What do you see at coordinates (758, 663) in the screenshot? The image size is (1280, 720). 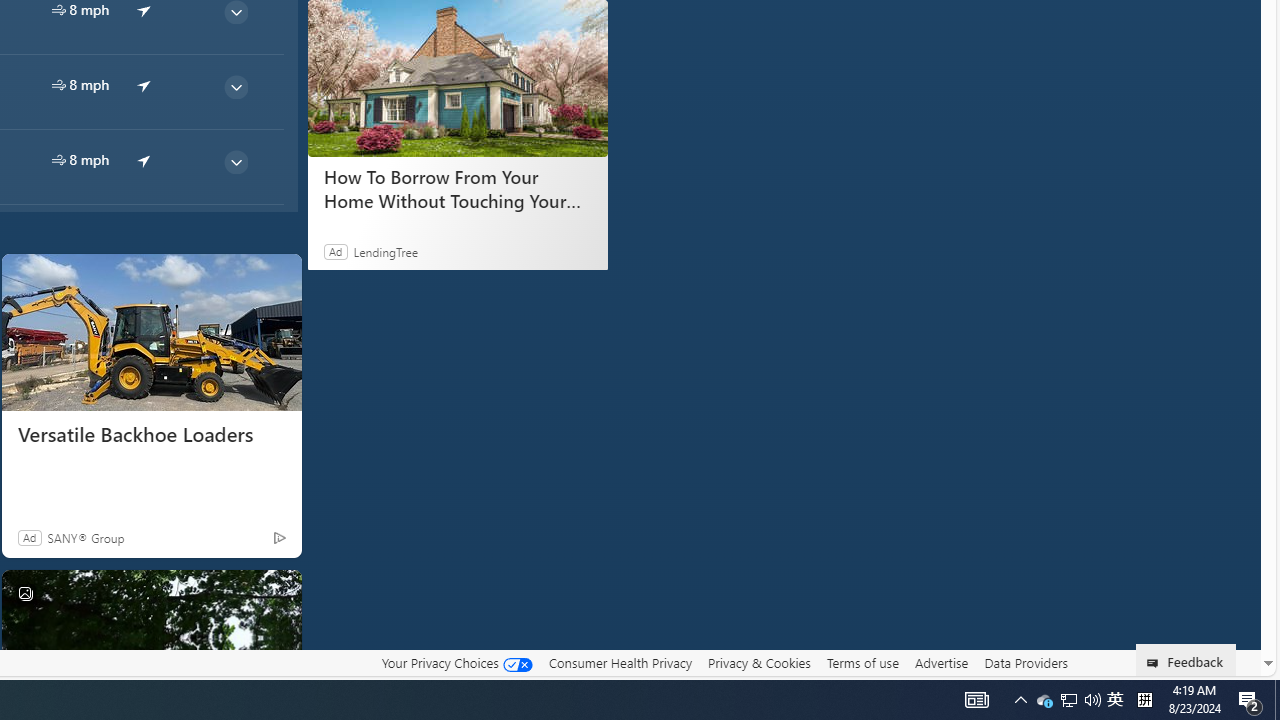 I see `'Privacy & Cookies'` at bounding box center [758, 663].